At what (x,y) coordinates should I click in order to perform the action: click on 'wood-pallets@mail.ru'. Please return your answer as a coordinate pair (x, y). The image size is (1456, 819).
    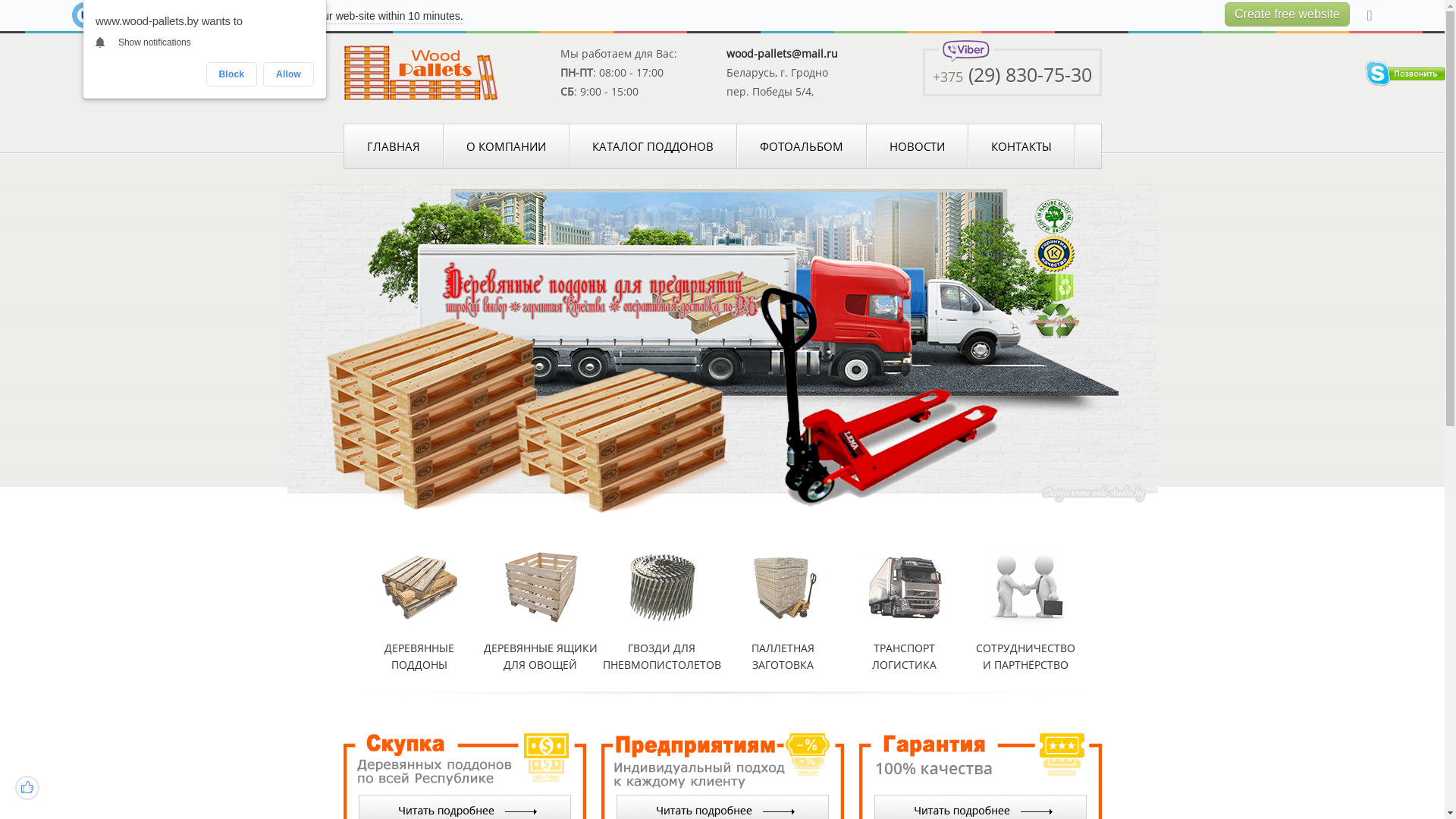
    Looking at the image, I should click on (726, 52).